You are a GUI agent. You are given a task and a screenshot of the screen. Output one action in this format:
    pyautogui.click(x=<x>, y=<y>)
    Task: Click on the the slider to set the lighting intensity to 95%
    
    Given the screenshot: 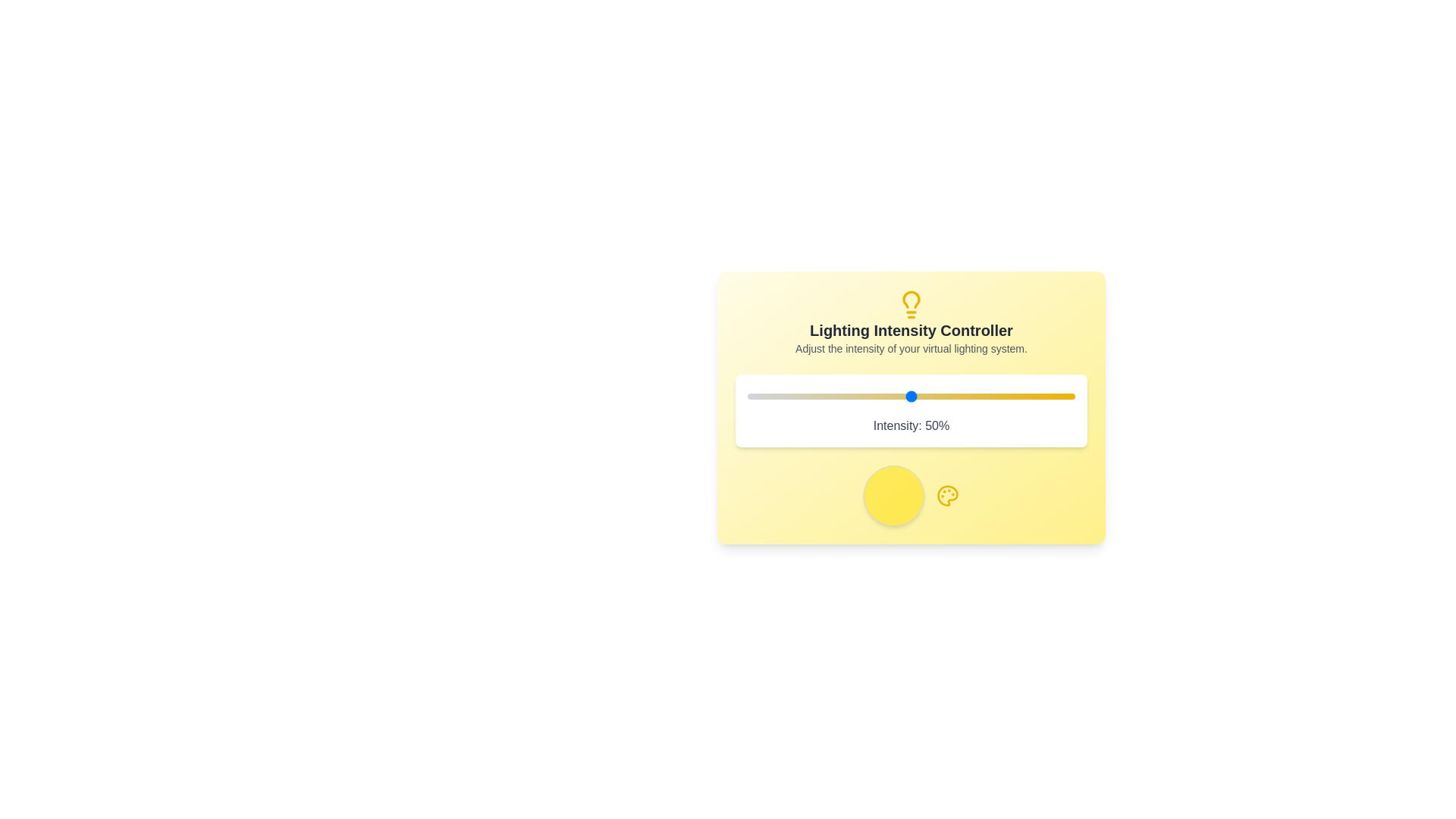 What is the action you would take?
    pyautogui.click(x=1058, y=396)
    